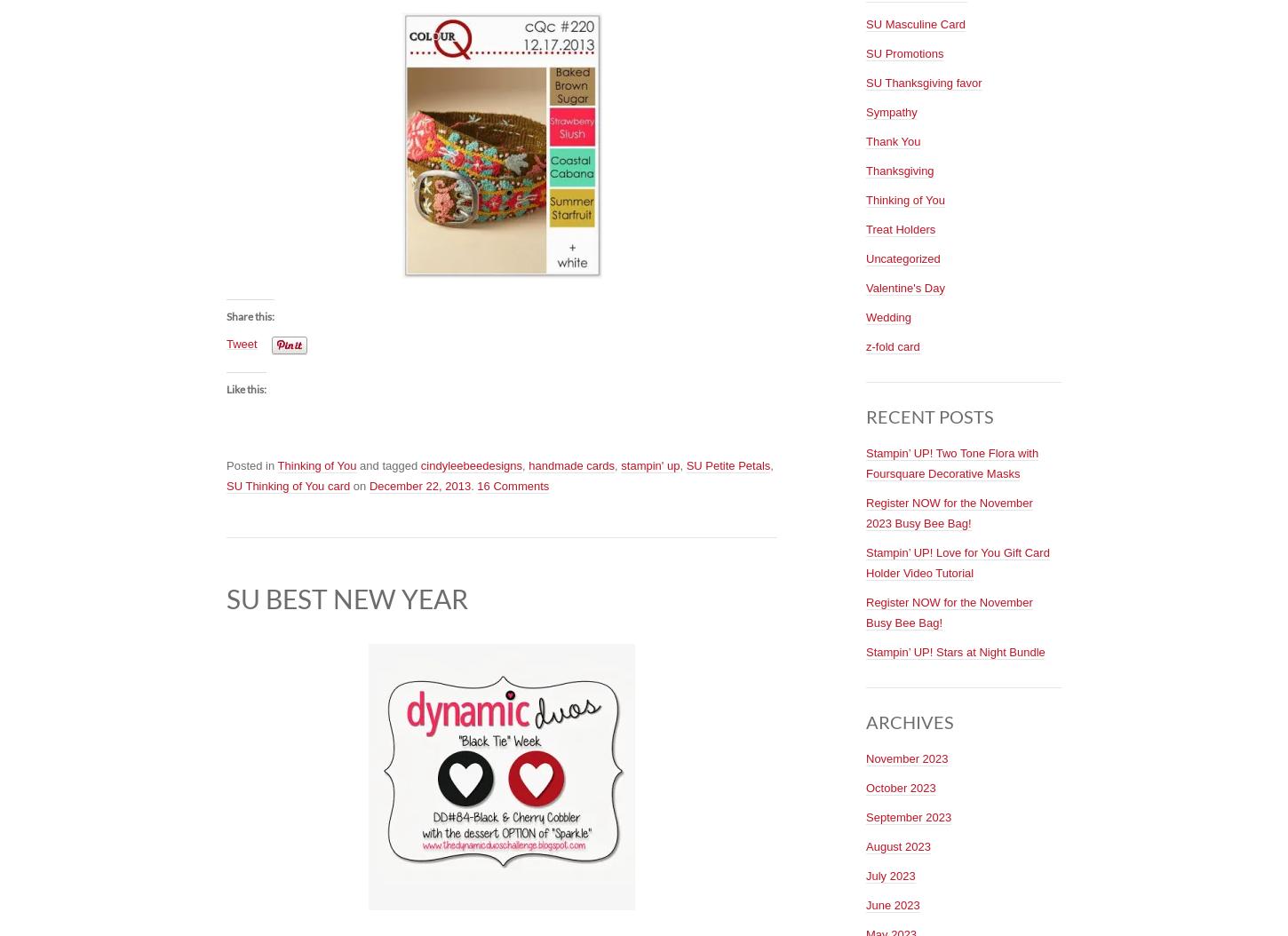 The width and height of the screenshot is (1288, 936). What do you see at coordinates (910, 720) in the screenshot?
I see `'Archives'` at bounding box center [910, 720].